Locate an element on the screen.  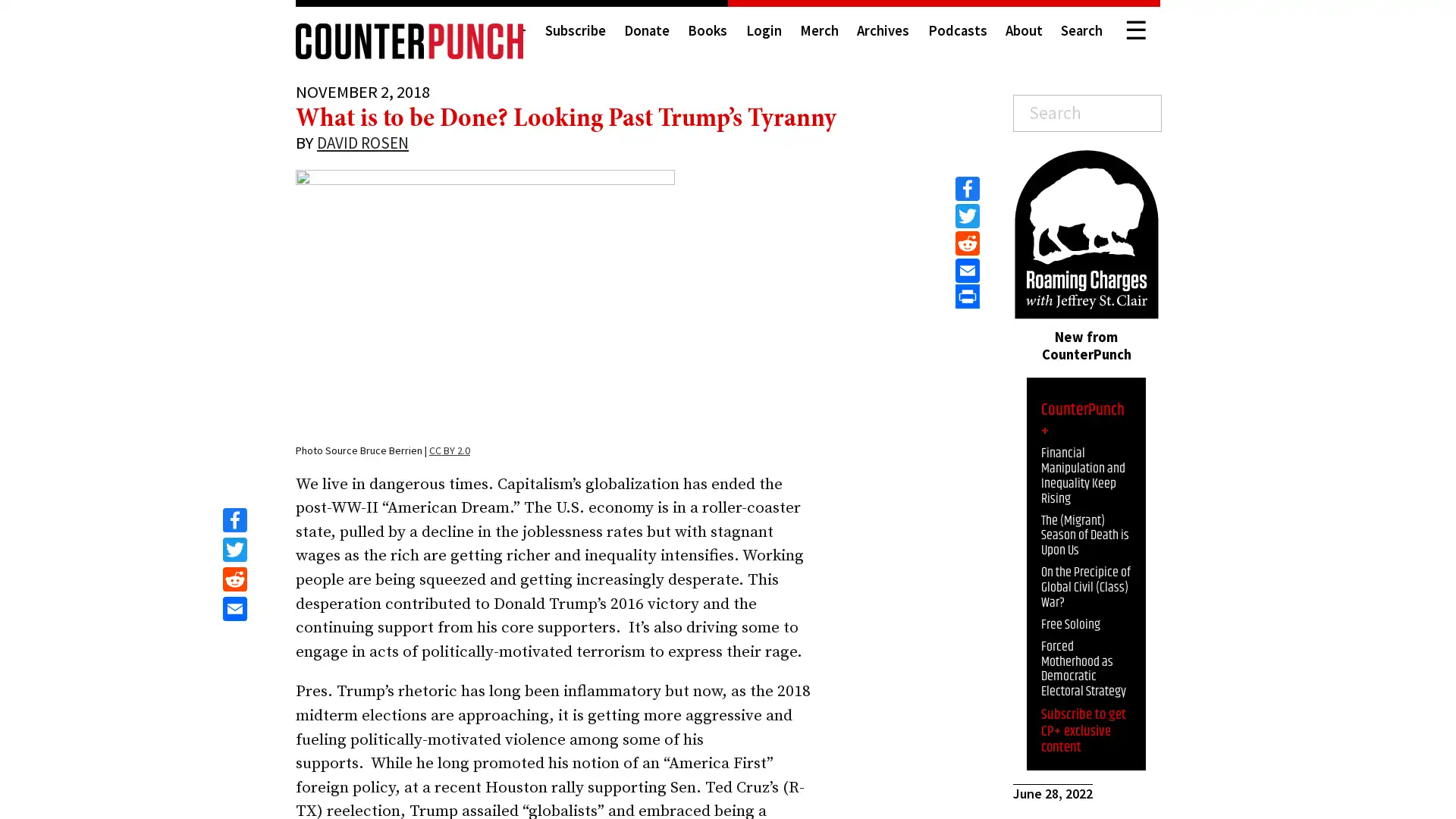
Sign Up is located at coordinates (1326, 786).